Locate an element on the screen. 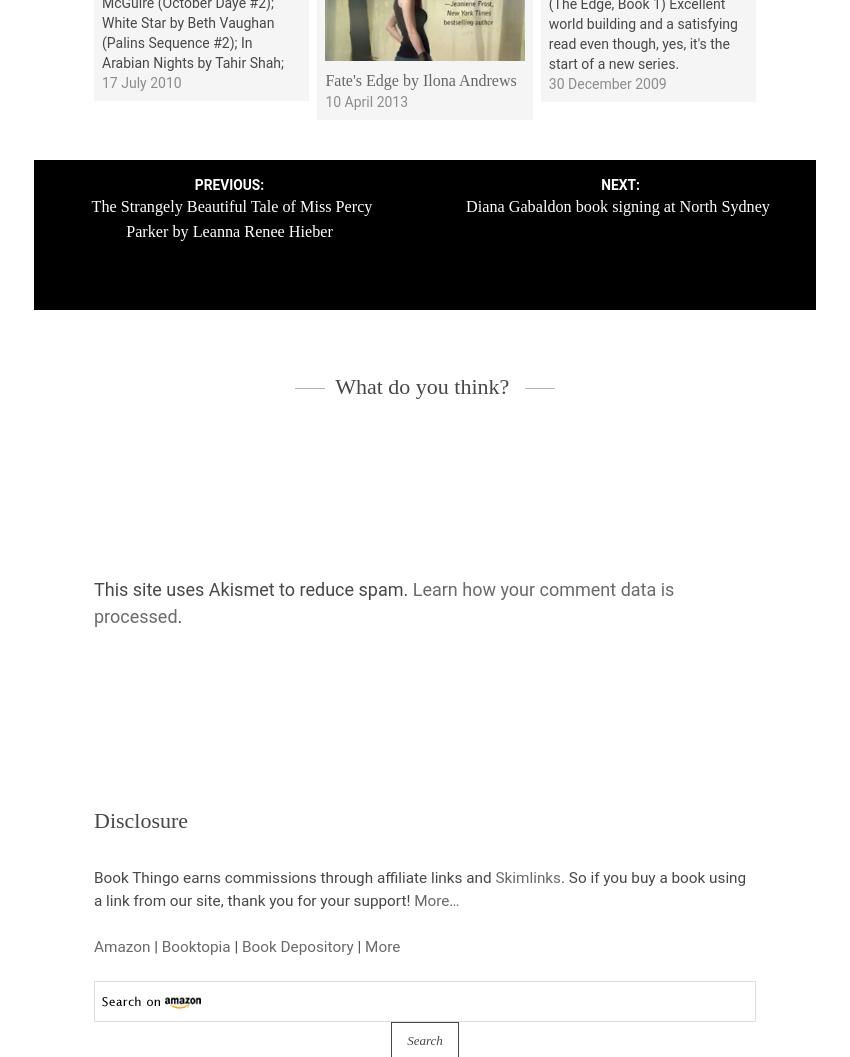 The height and width of the screenshot is (1057, 850). 'Disclosure' is located at coordinates (141, 819).